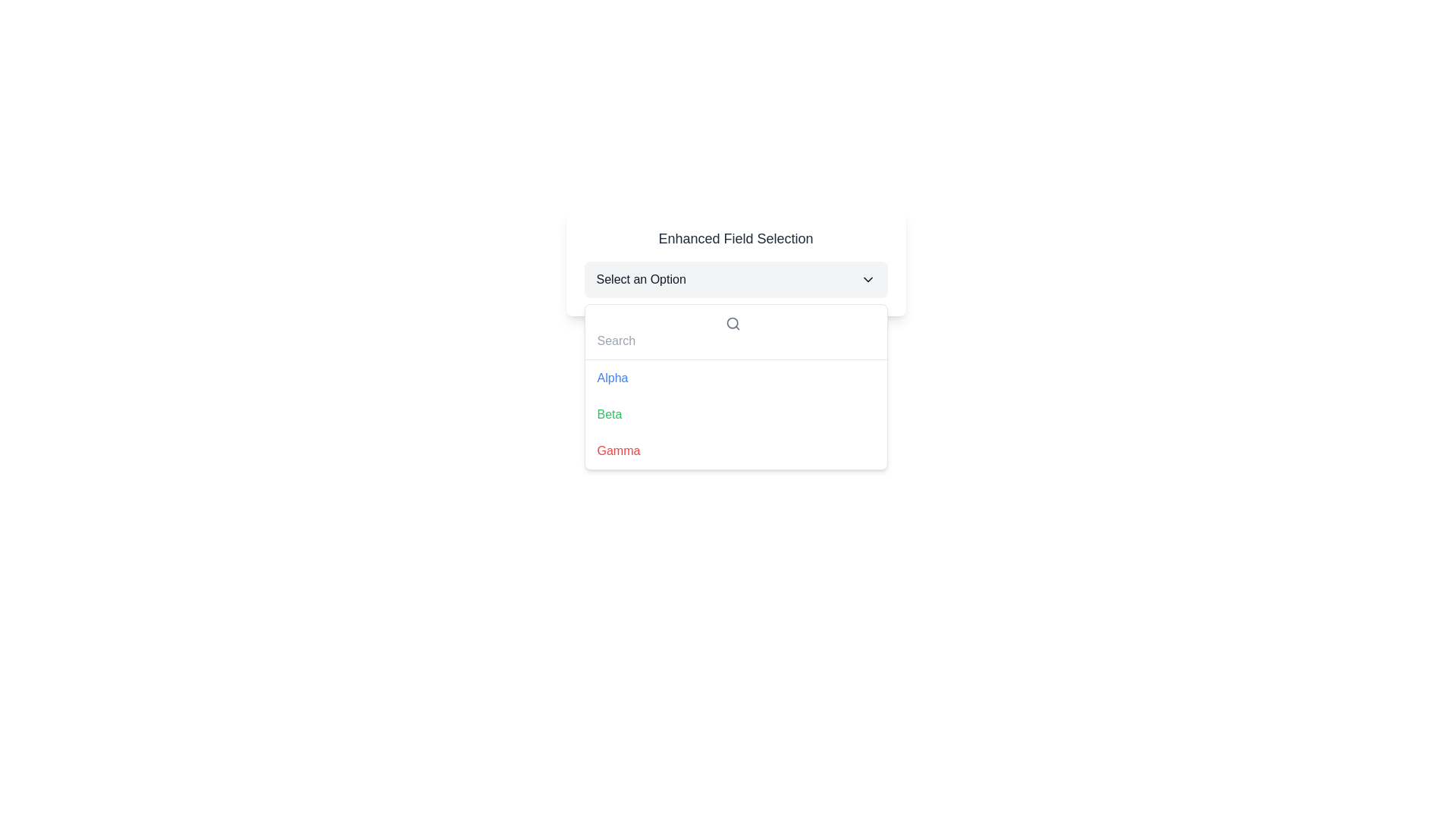 The height and width of the screenshot is (819, 1456). I want to click on the text label displaying 'Gamma' in red font, which is the third item in a vertical list, so click(619, 450).